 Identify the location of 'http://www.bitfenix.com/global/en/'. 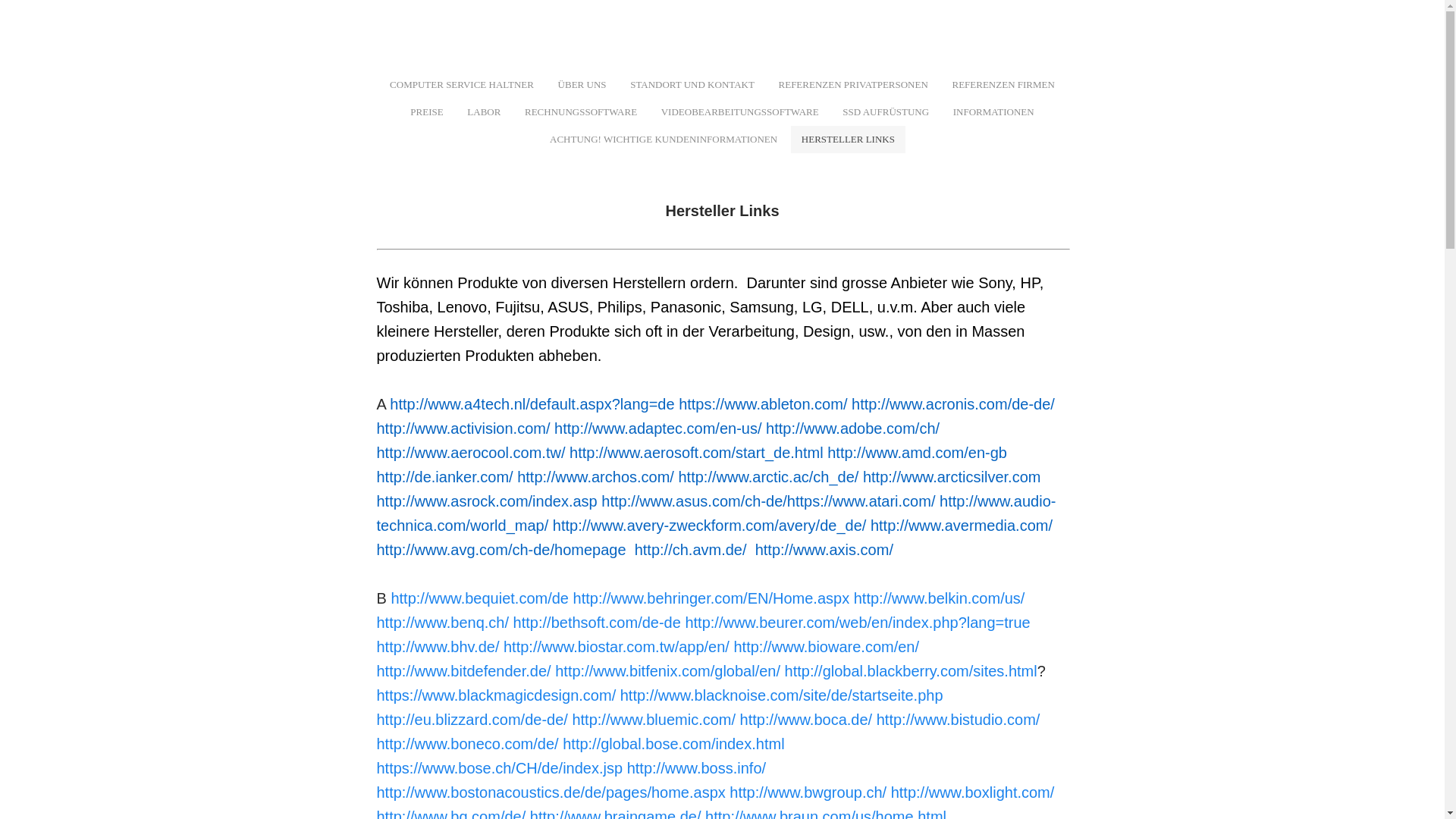
(554, 670).